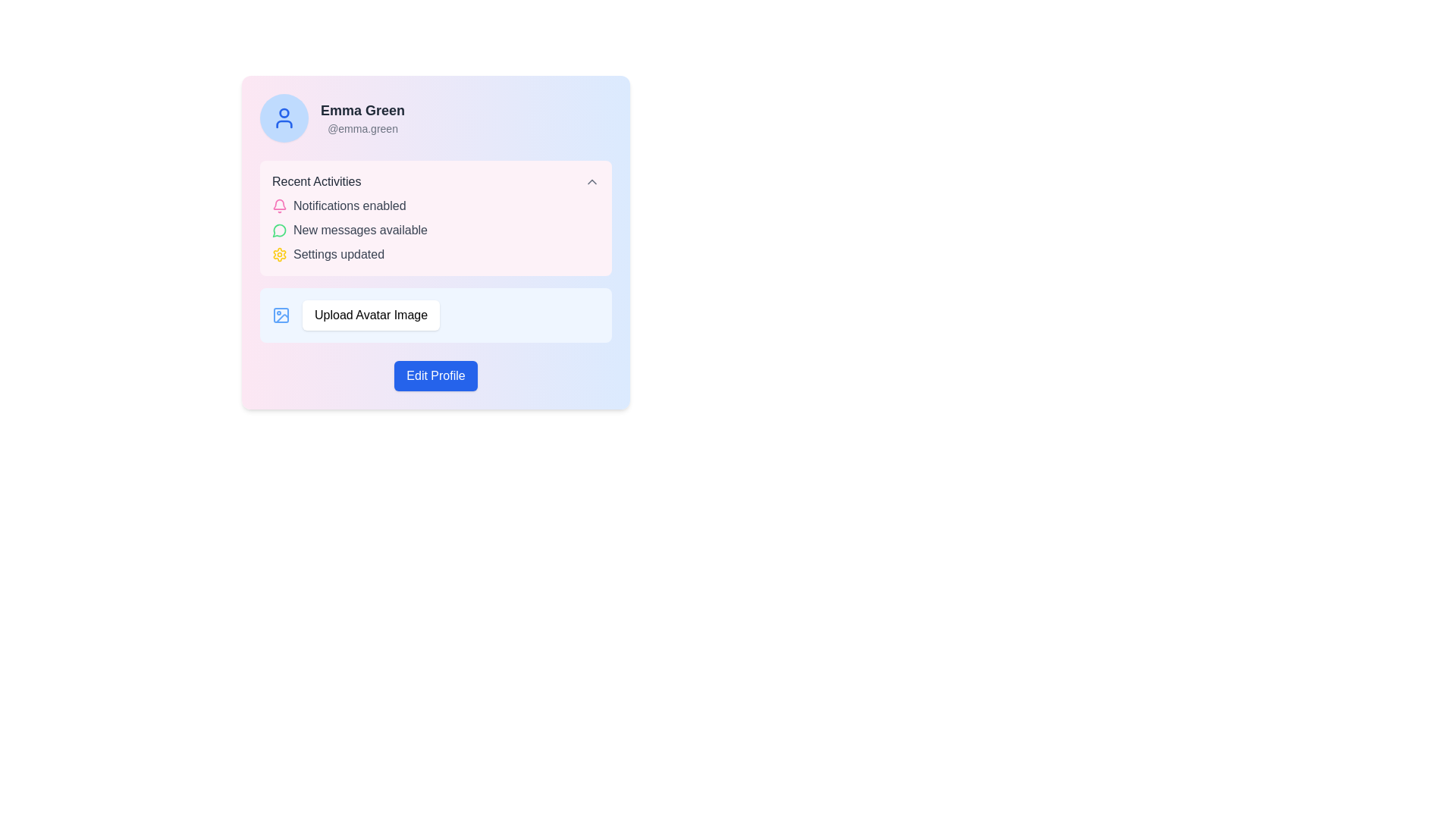  What do you see at coordinates (284, 112) in the screenshot?
I see `the blue filled SVG circle graphical element representing the user's head, located inside the profile icon at the top left section of the interface card` at bounding box center [284, 112].